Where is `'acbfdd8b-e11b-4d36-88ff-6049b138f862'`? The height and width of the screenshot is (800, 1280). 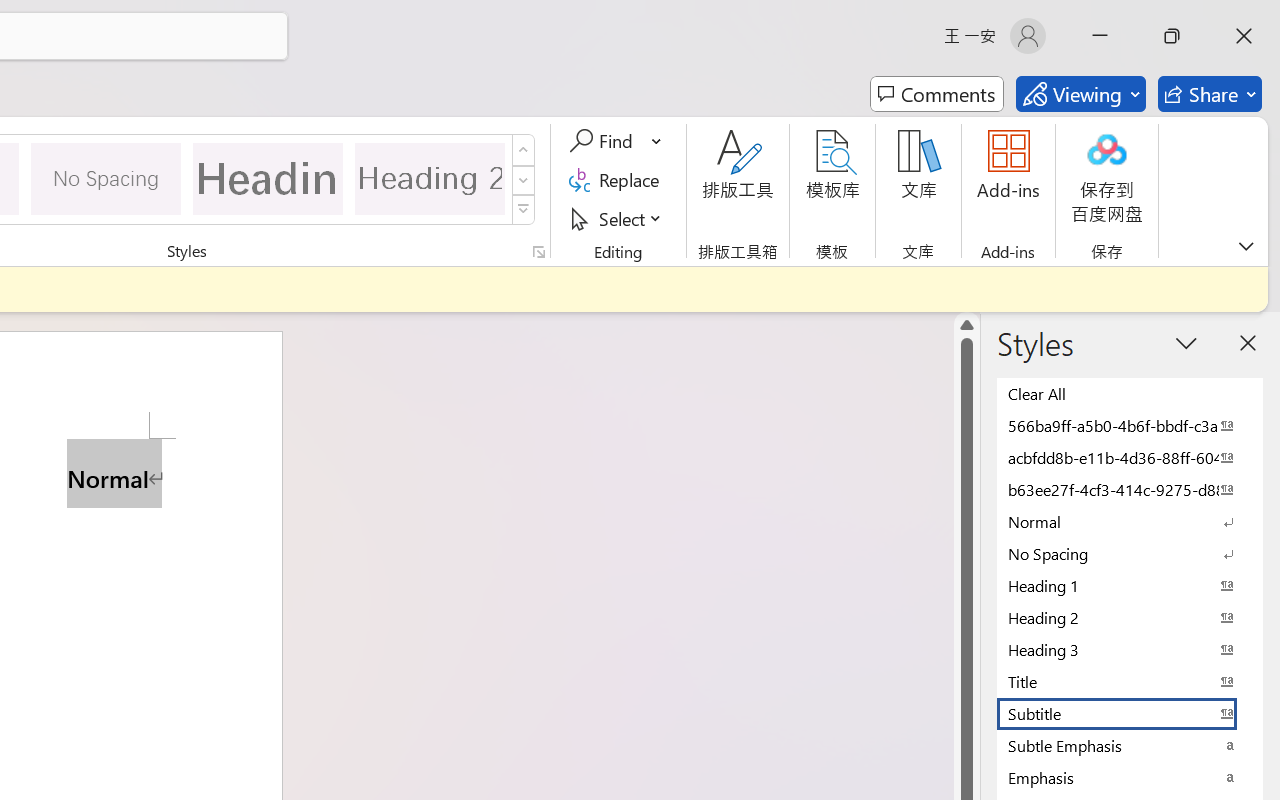 'acbfdd8b-e11b-4d36-88ff-6049b138f862' is located at coordinates (1130, 456).